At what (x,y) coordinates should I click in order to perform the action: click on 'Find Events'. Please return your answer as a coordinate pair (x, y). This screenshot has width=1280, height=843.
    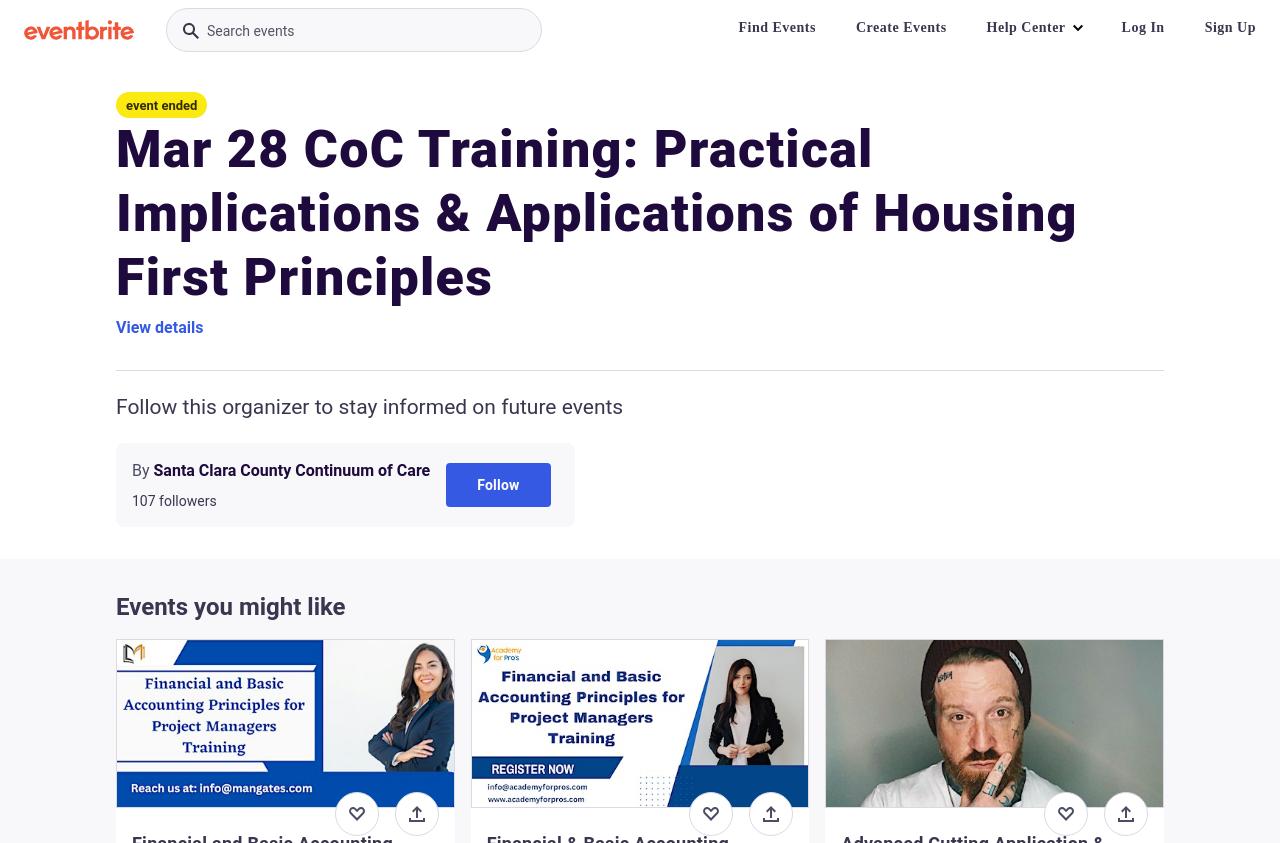
    Looking at the image, I should click on (775, 26).